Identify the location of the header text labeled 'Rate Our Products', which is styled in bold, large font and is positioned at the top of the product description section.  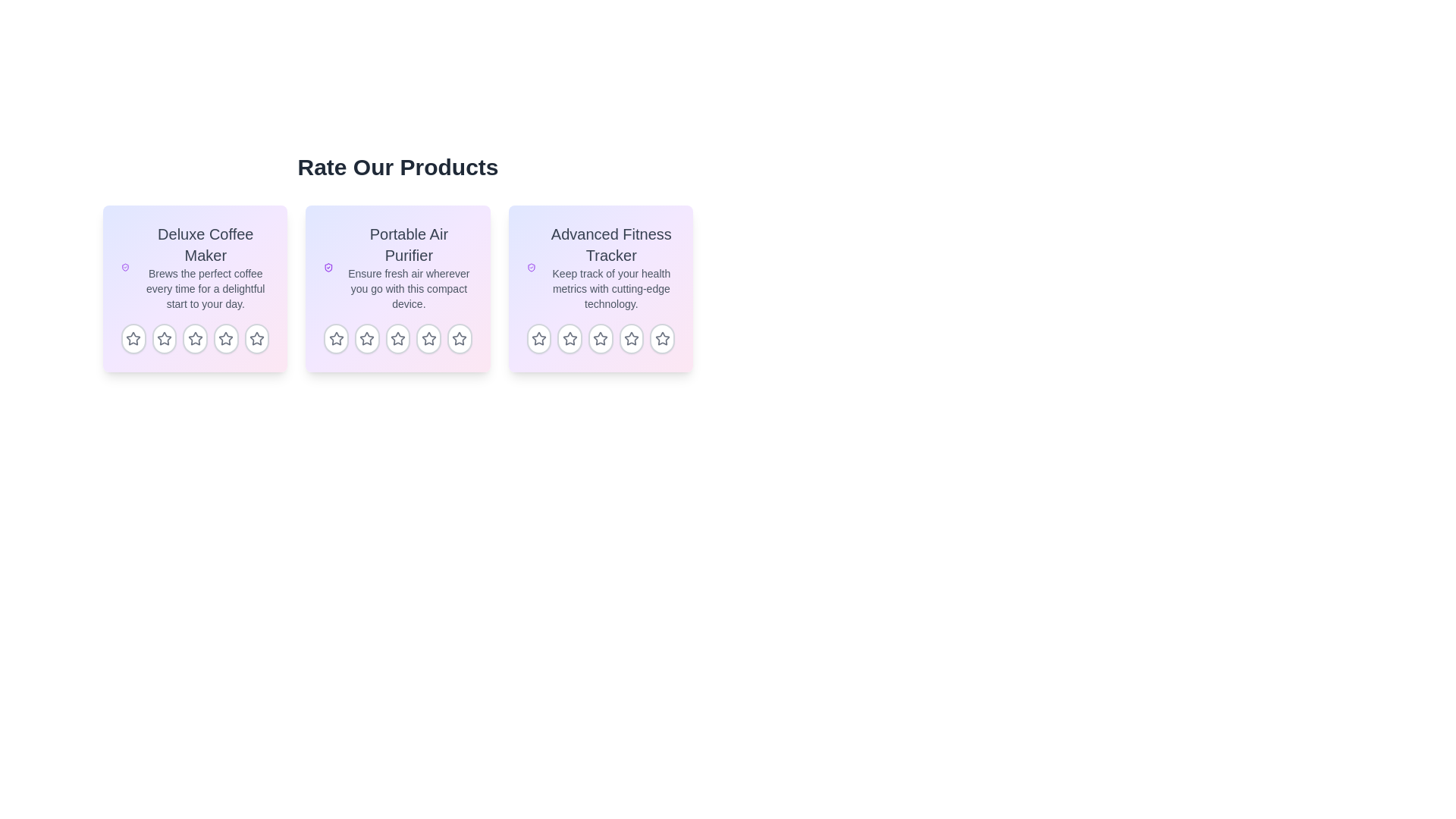
(397, 167).